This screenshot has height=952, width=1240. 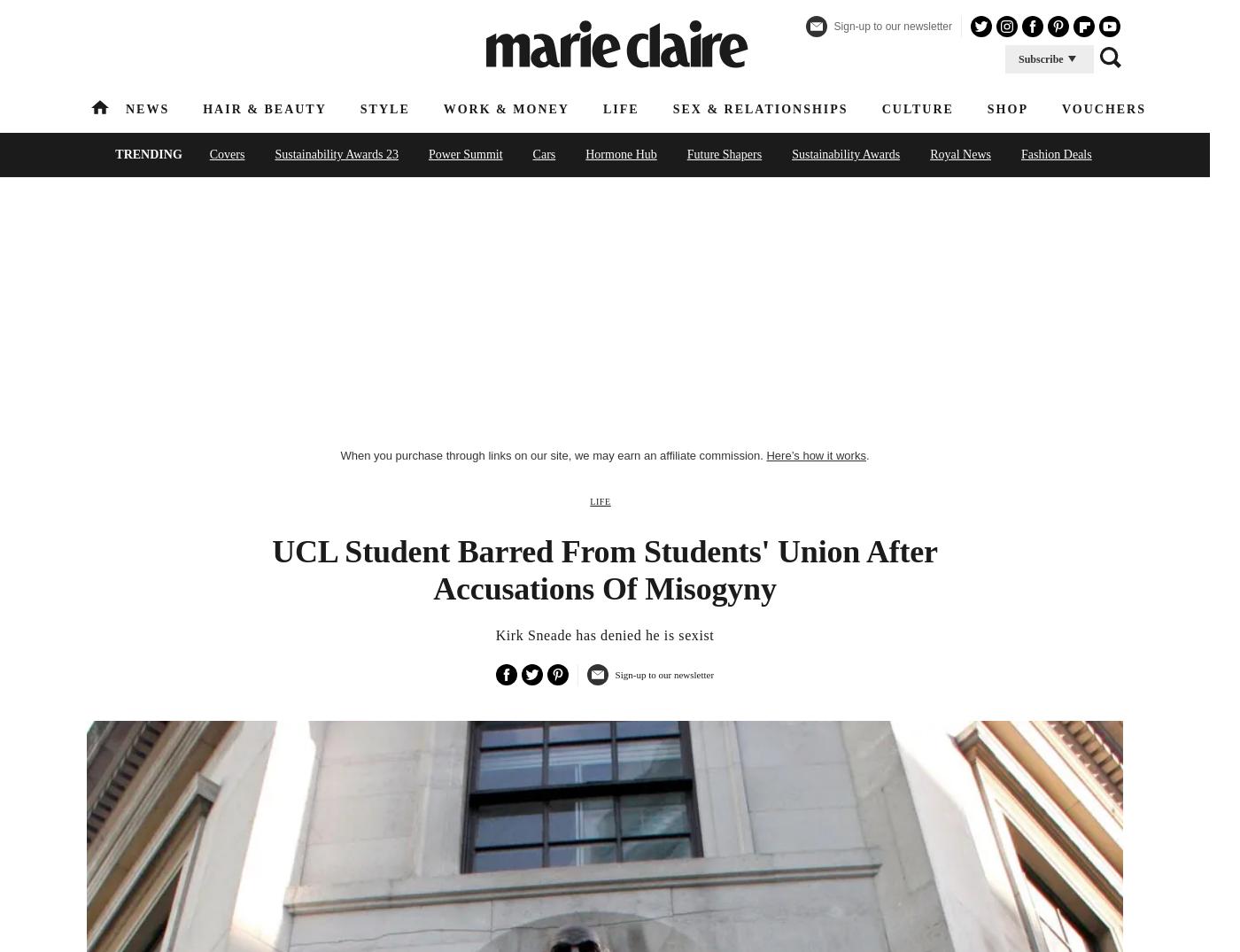 What do you see at coordinates (384, 108) in the screenshot?
I see `'Style'` at bounding box center [384, 108].